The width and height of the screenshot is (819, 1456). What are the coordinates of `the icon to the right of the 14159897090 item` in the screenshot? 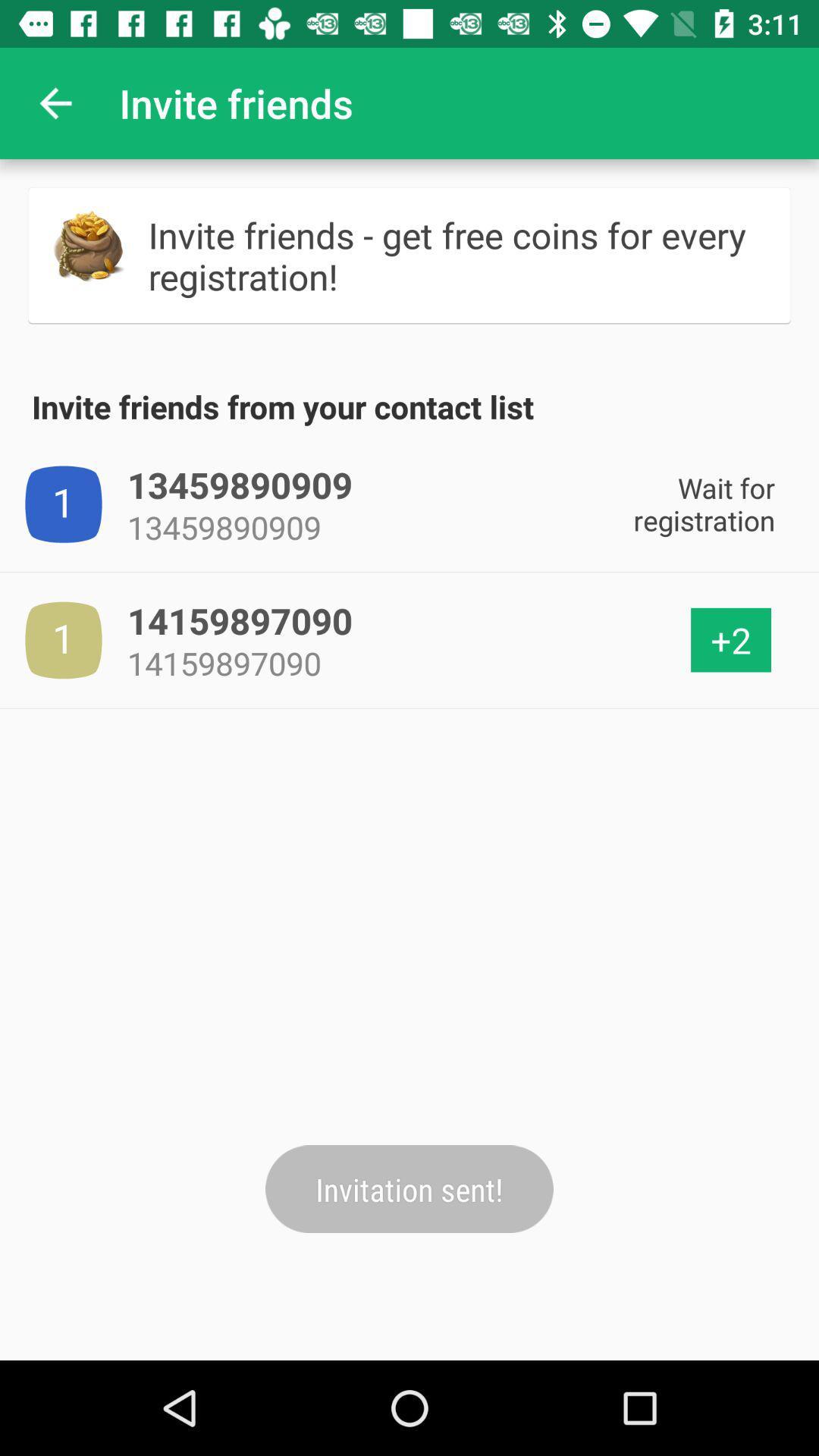 It's located at (730, 640).